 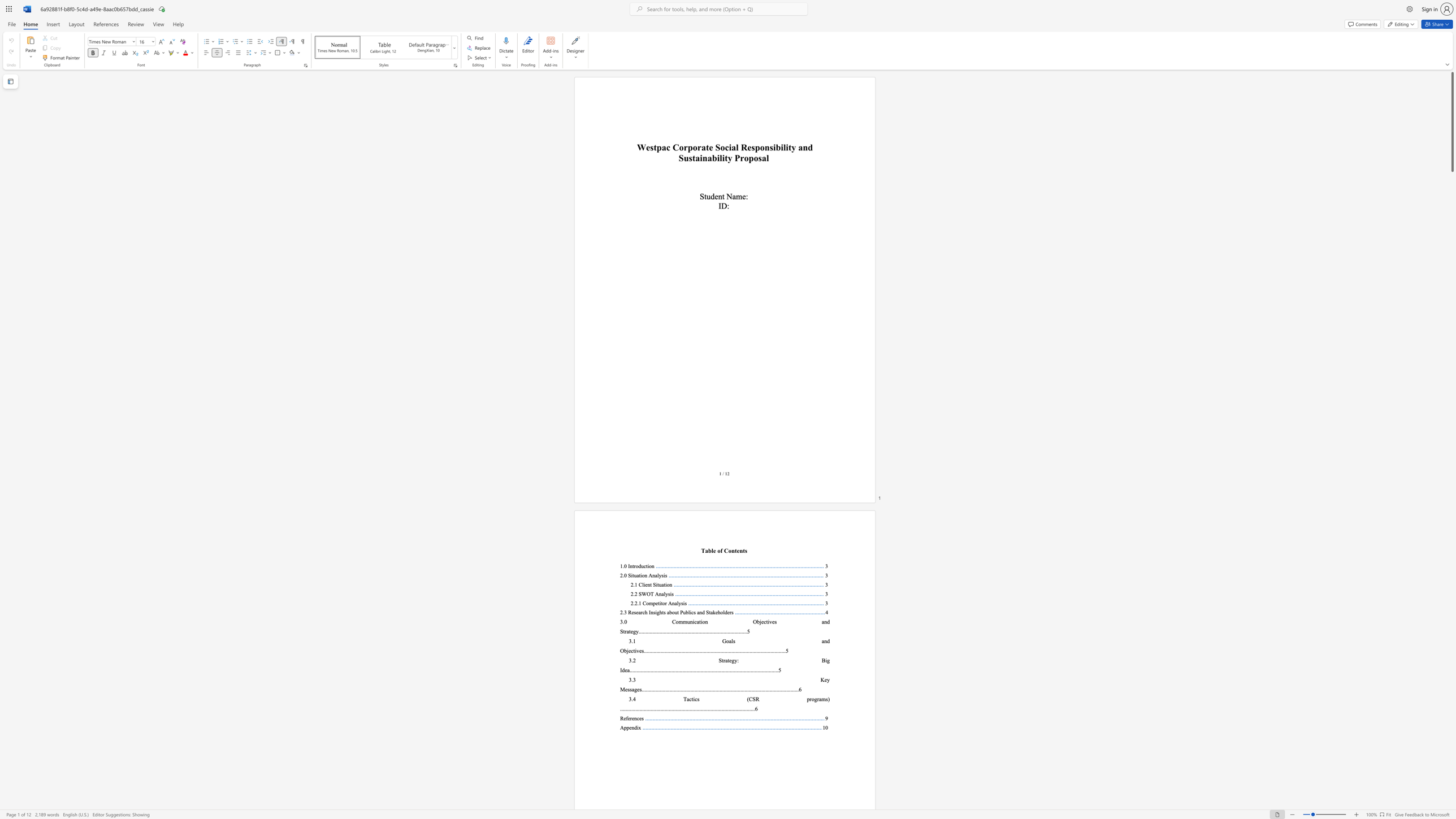 I want to click on the 2th character "s" in the text, so click(x=642, y=650).